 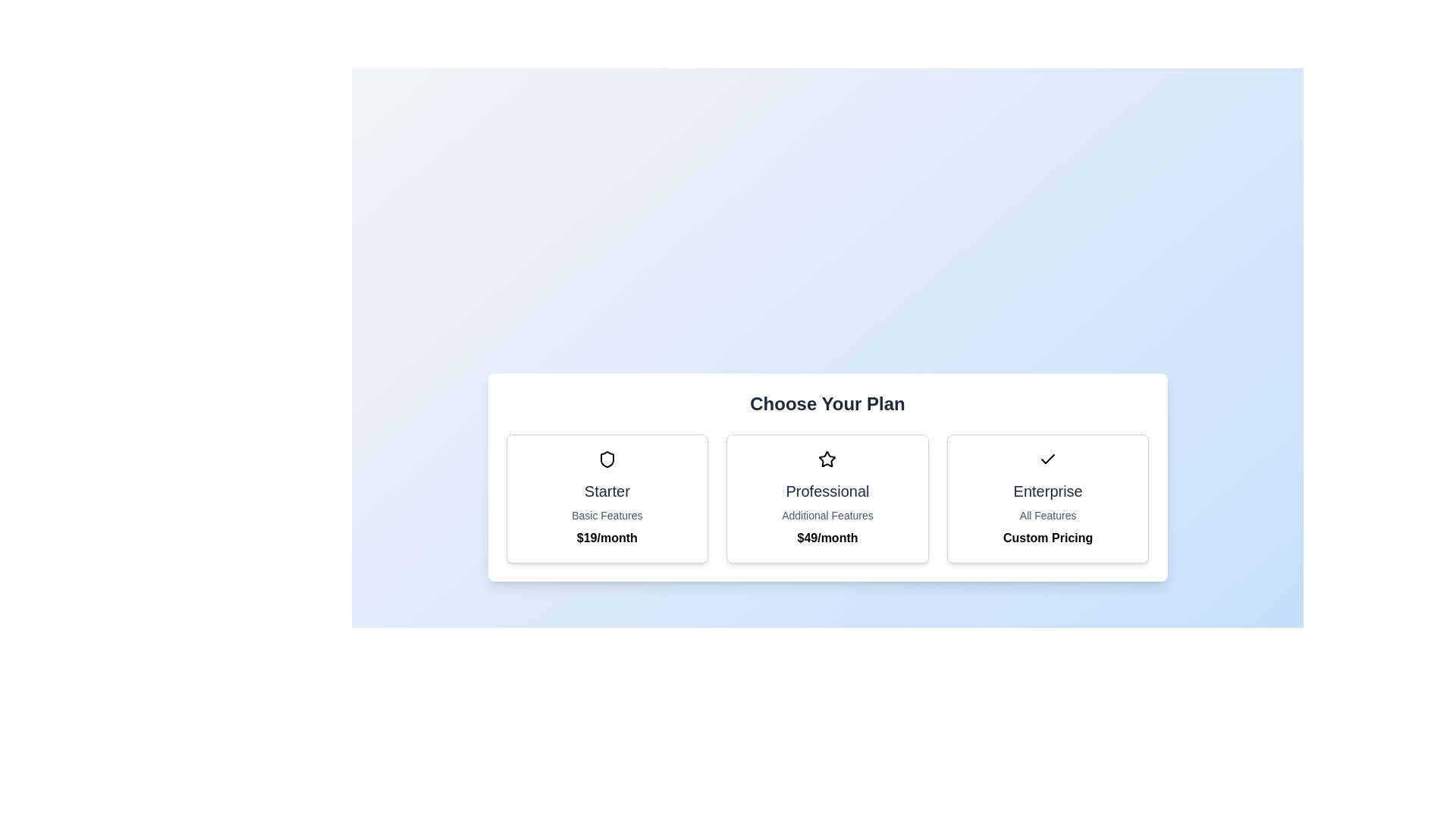 I want to click on the 'Custom Pricing' text label, which is styled in bold and located at the bottom of the 'Enterprise' plan card, centered horizontally within the card, so click(x=1047, y=537).